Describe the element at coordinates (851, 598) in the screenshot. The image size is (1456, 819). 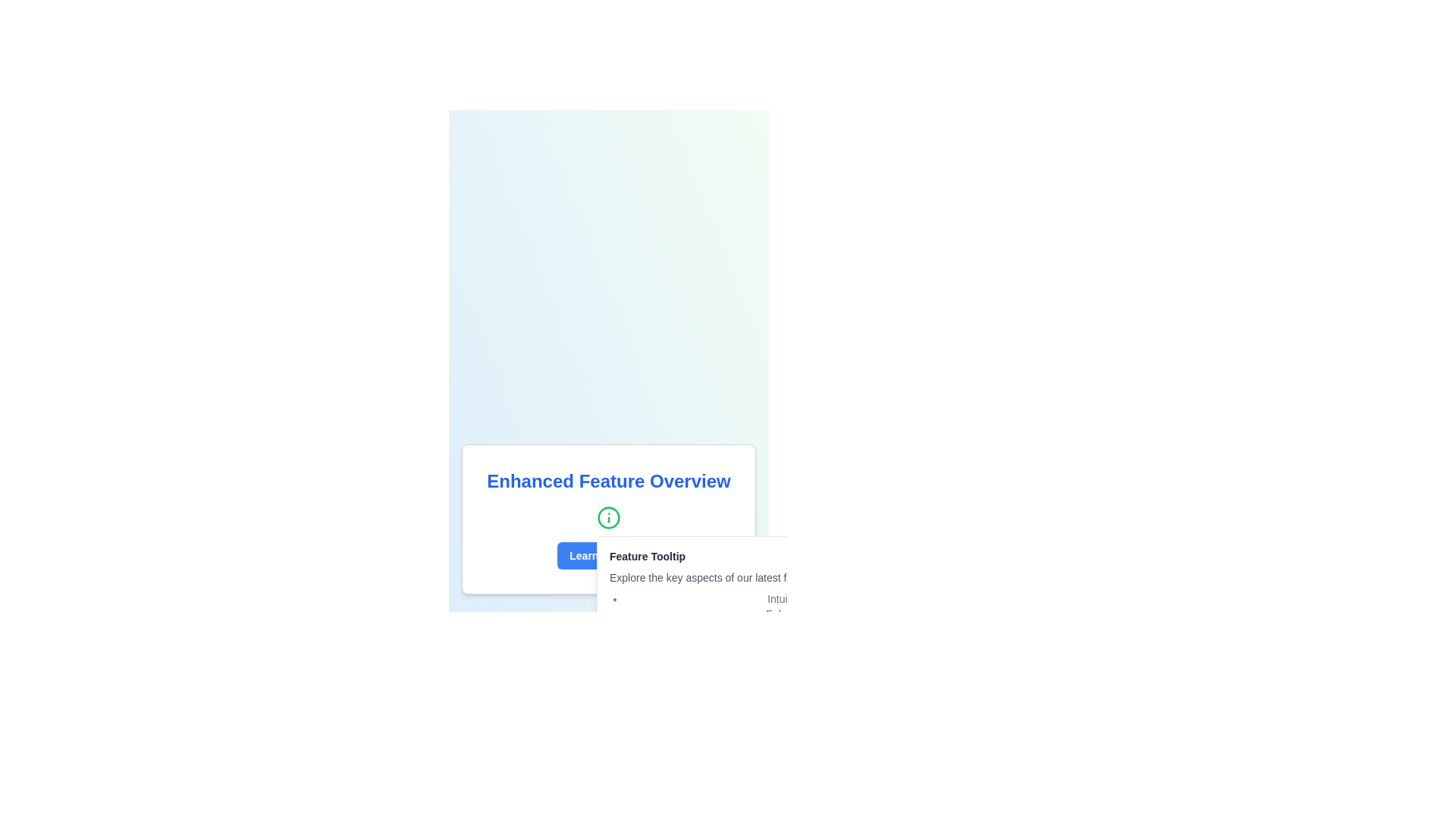
I see `the first item in the bullet list within the 'Feature Tooltip' located in the lower-right corner of the interface` at that location.